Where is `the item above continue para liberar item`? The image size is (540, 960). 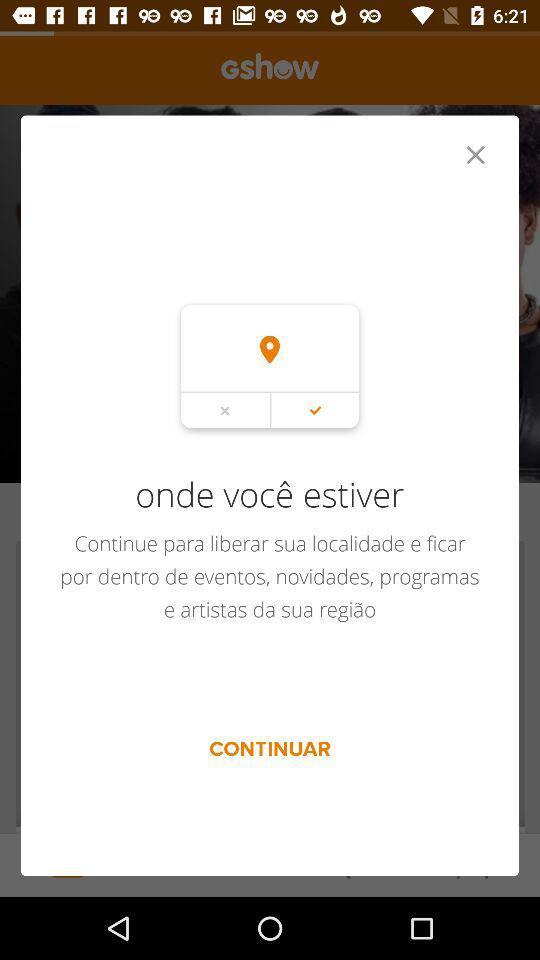 the item above continue para liberar item is located at coordinates (474, 154).